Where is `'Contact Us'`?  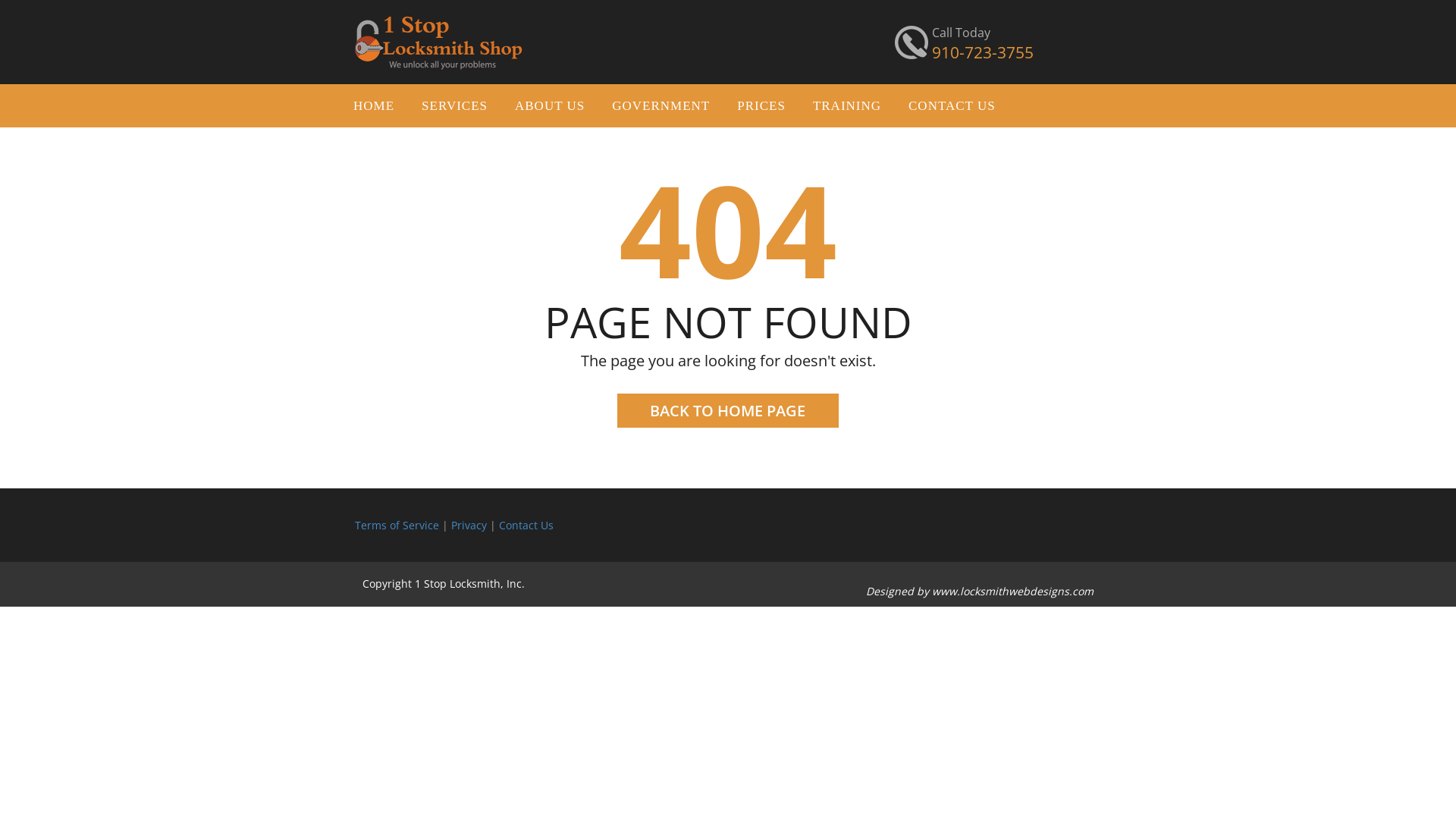
'Contact Us' is located at coordinates (526, 524).